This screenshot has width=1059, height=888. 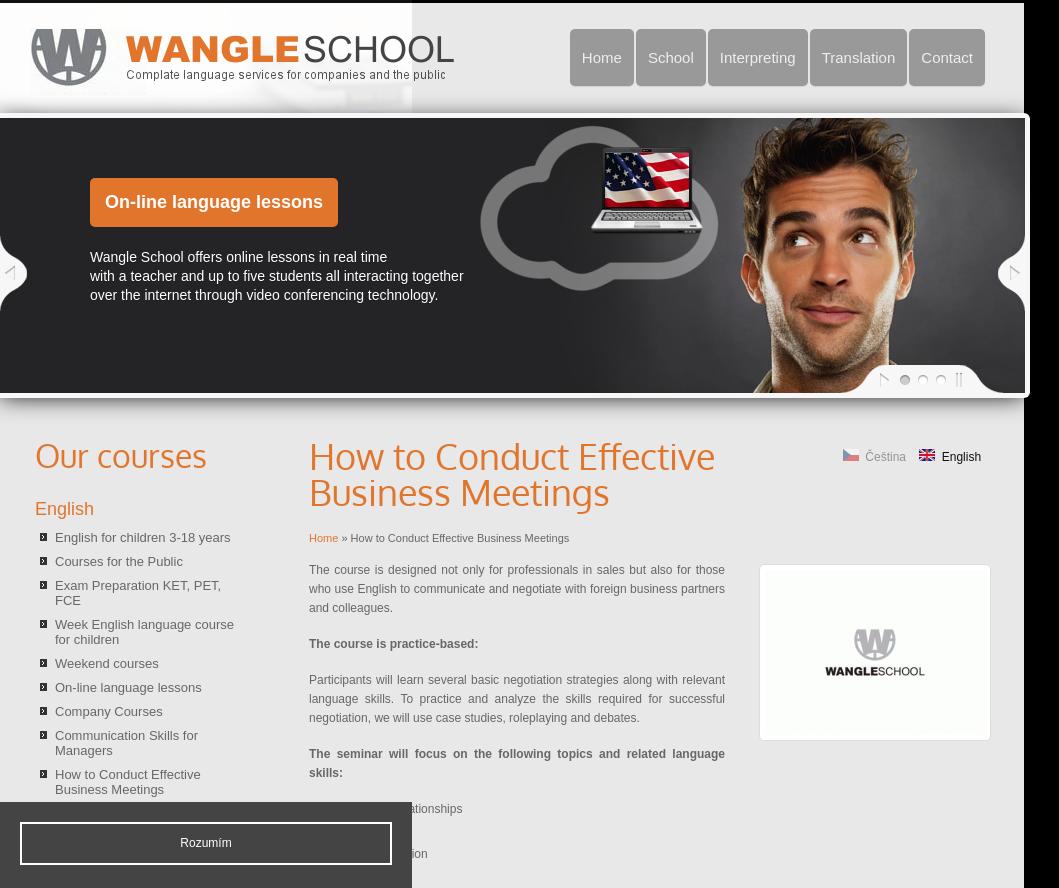 I want to click on 'Communication Skills for Managers', so click(x=125, y=741).